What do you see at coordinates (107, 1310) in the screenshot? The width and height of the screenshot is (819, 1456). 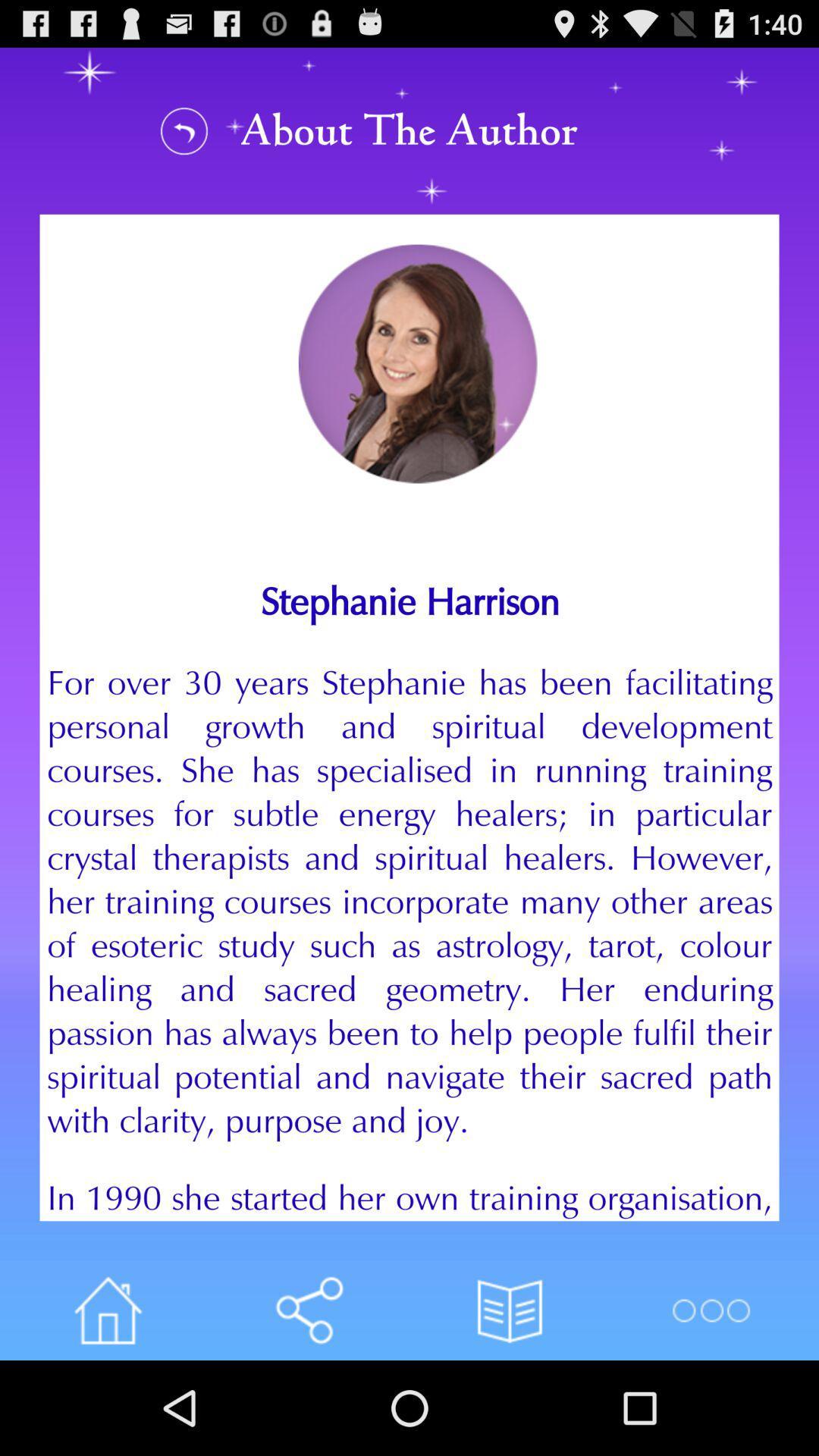 I see `apps` at bounding box center [107, 1310].